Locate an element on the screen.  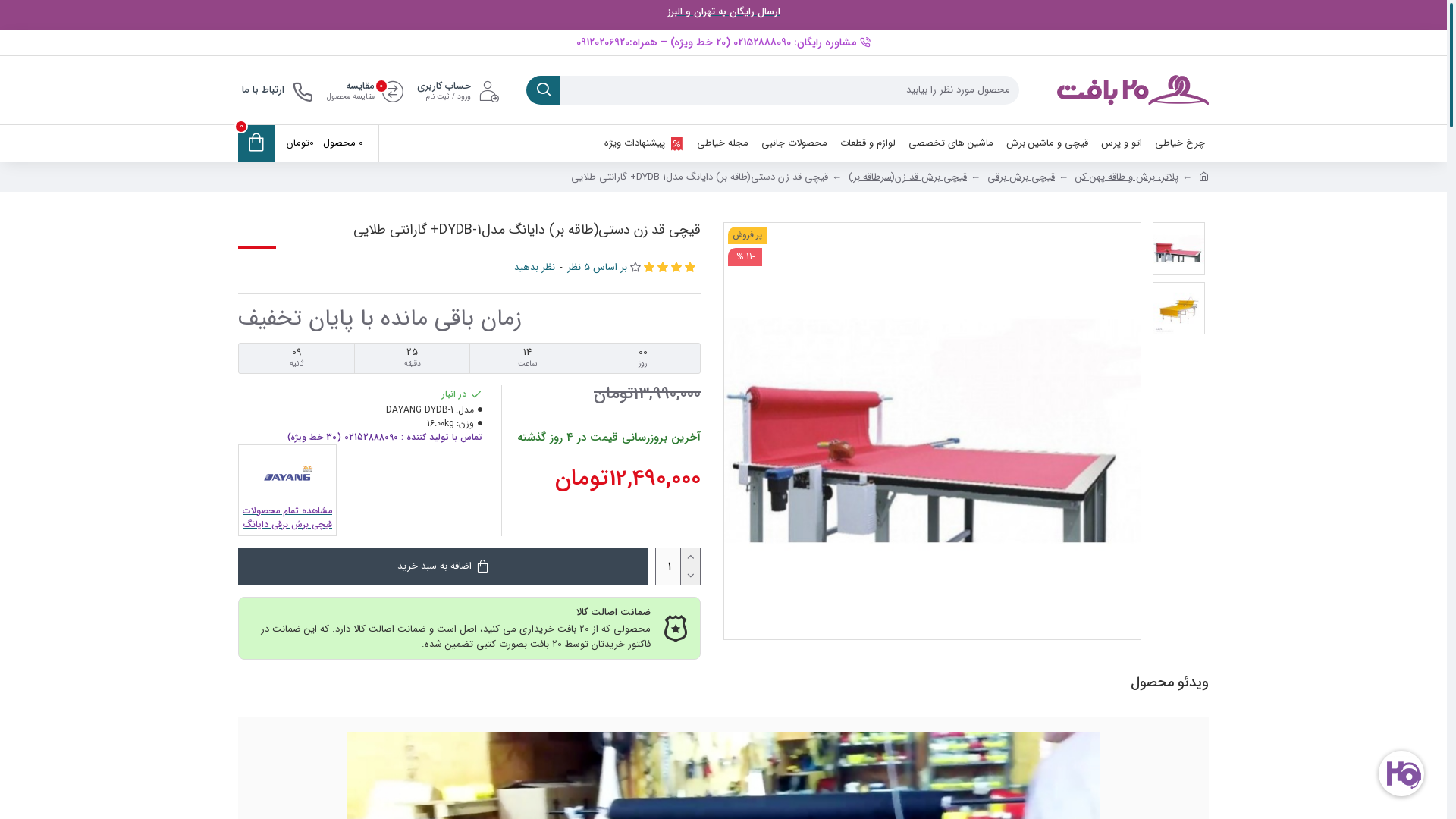
'goftino_widget' is located at coordinates (1401, 773).